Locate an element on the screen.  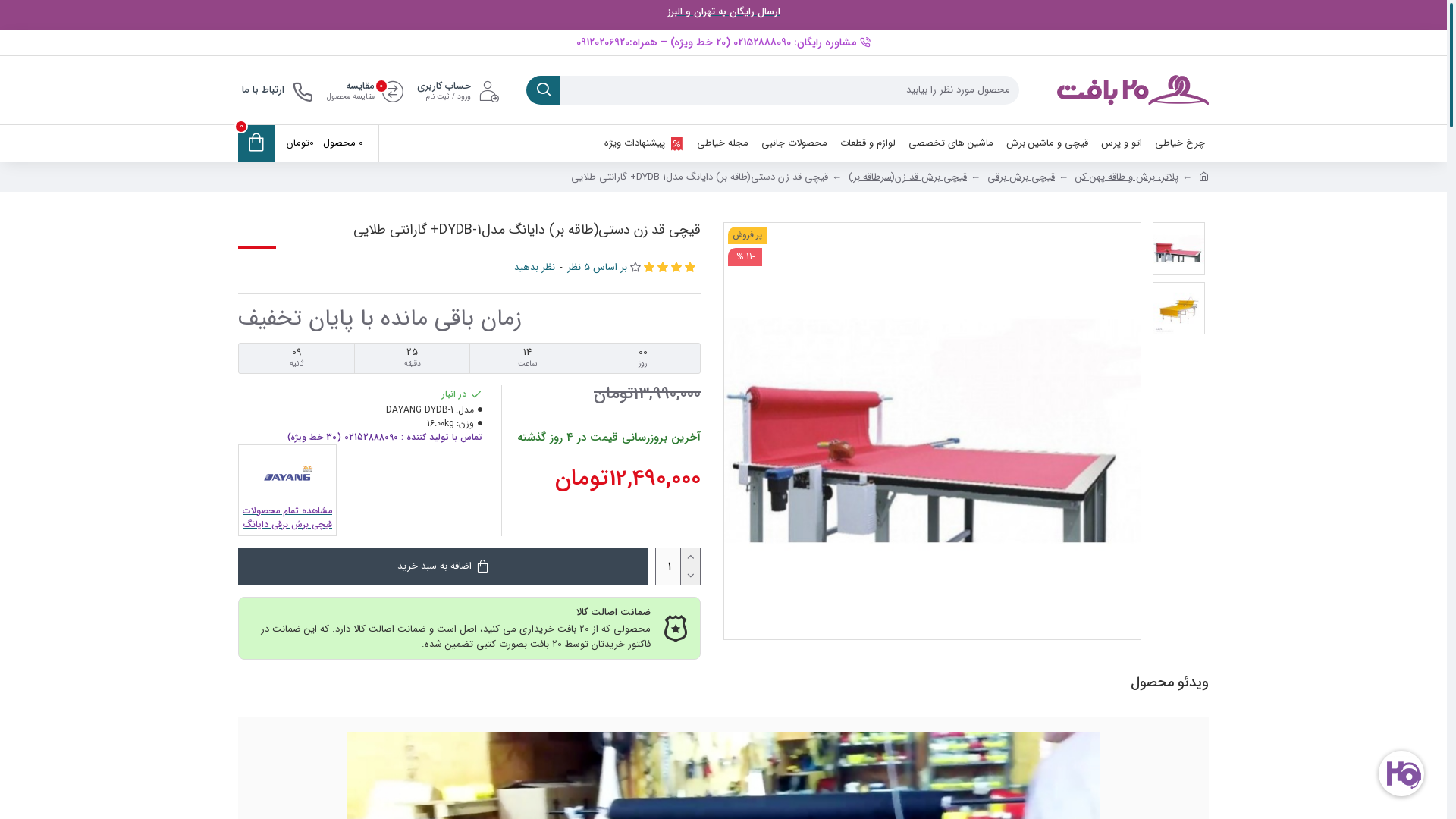
'goftino_widget' is located at coordinates (1401, 773).